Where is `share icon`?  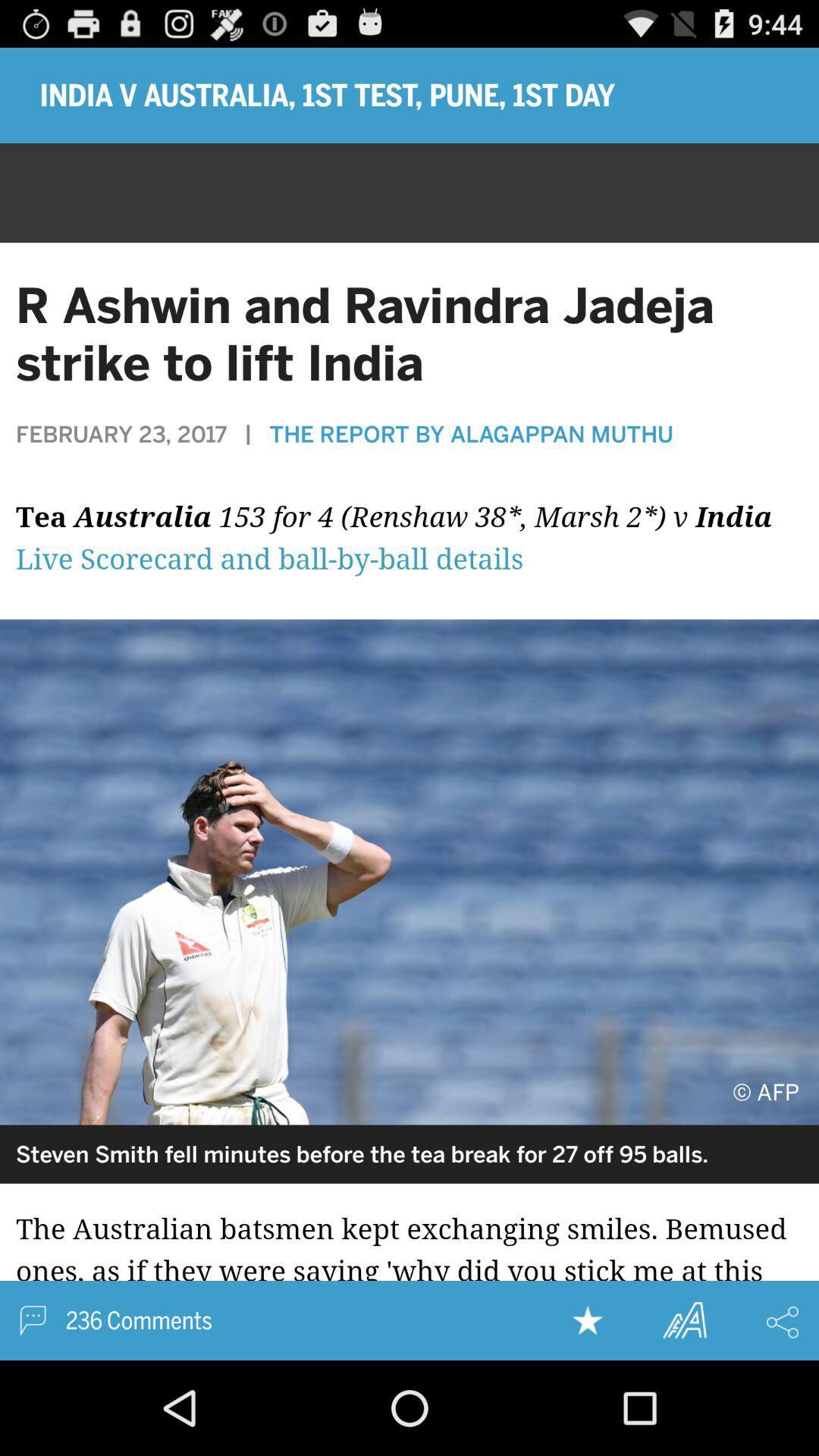
share icon is located at coordinates (783, 1321).